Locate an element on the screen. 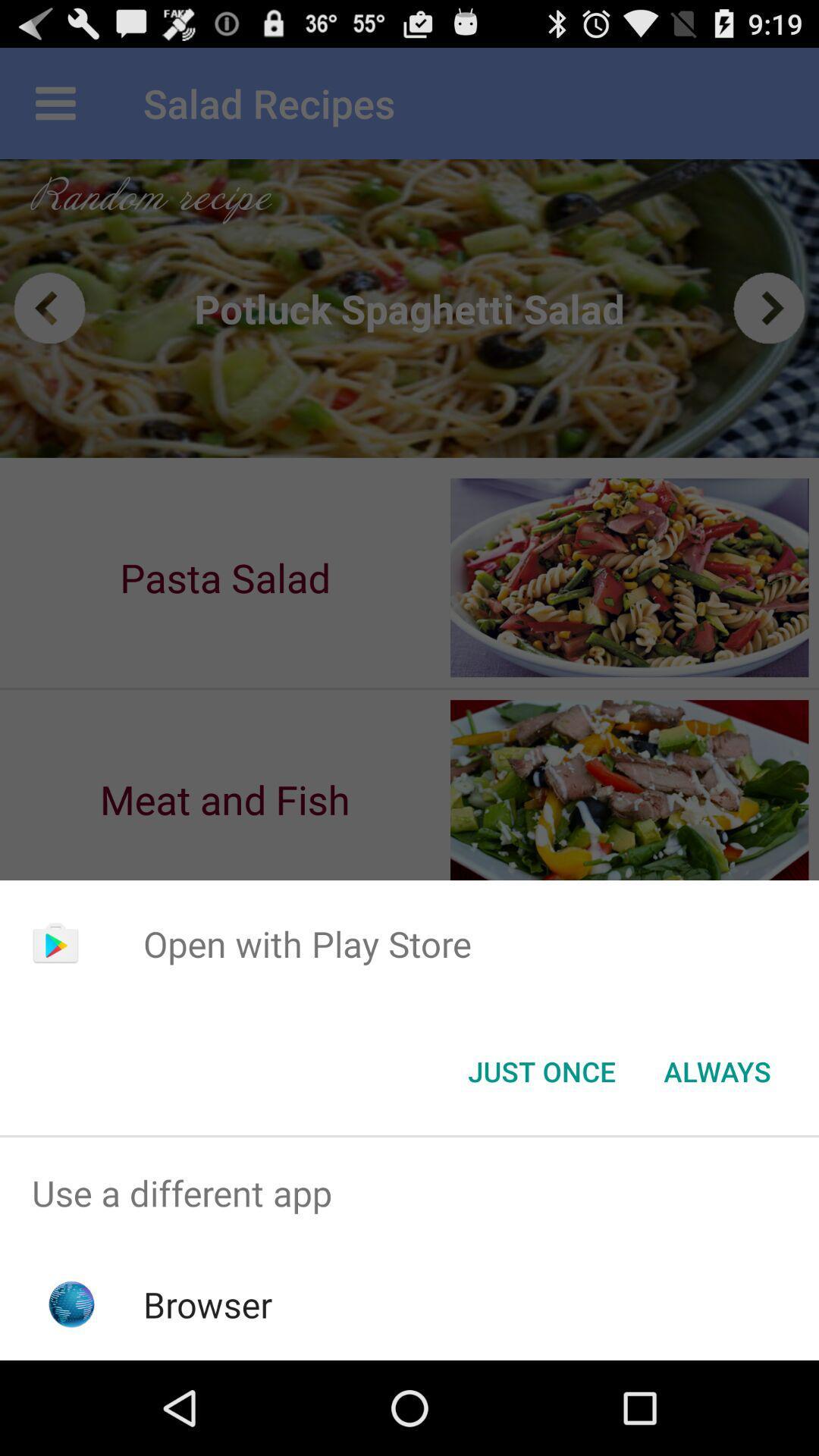  the app below use a different icon is located at coordinates (208, 1304).